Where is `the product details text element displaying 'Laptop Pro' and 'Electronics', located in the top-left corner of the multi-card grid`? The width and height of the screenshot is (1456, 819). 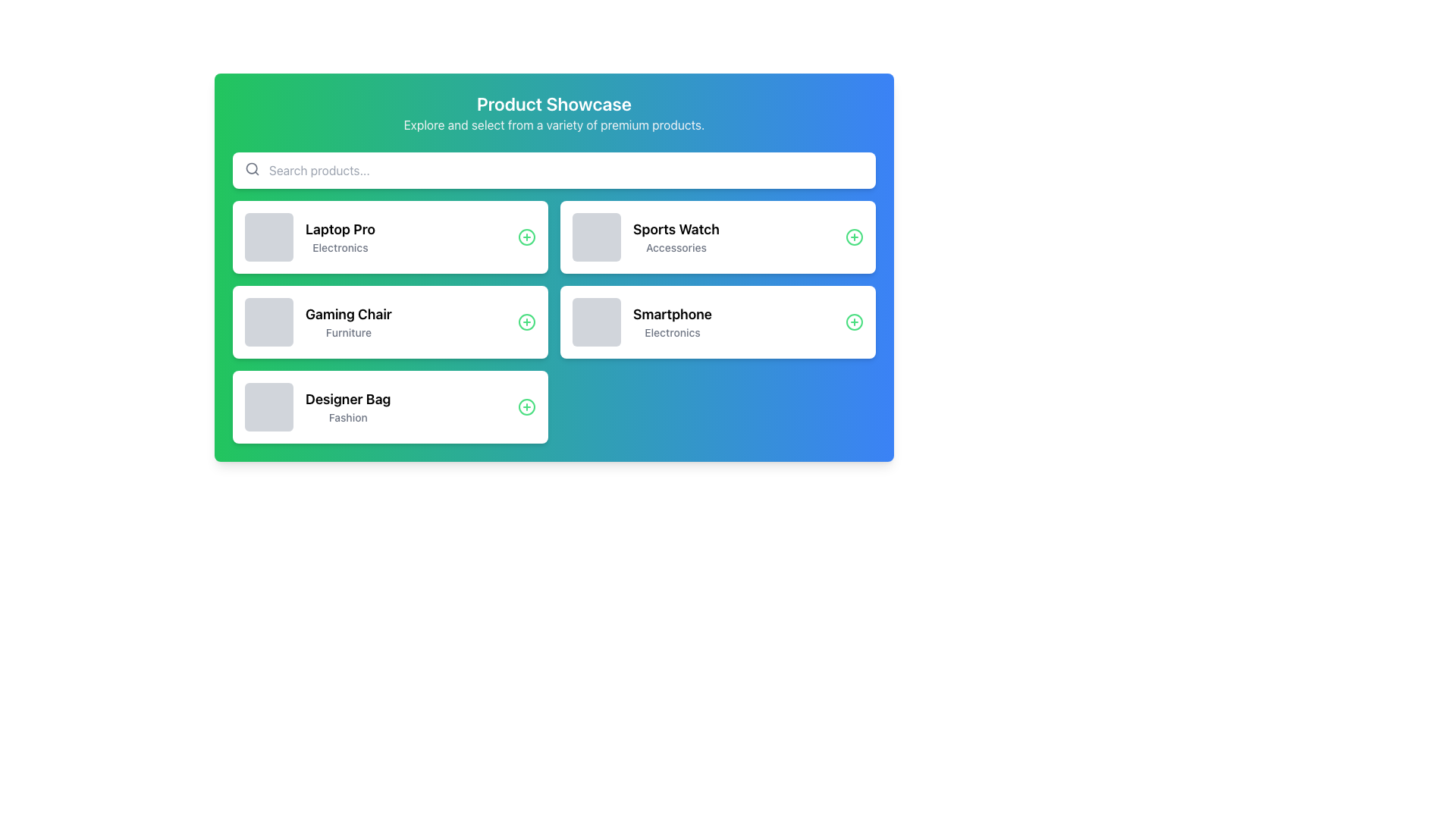
the product details text element displaying 'Laptop Pro' and 'Electronics', located in the top-left corner of the multi-card grid is located at coordinates (309, 237).